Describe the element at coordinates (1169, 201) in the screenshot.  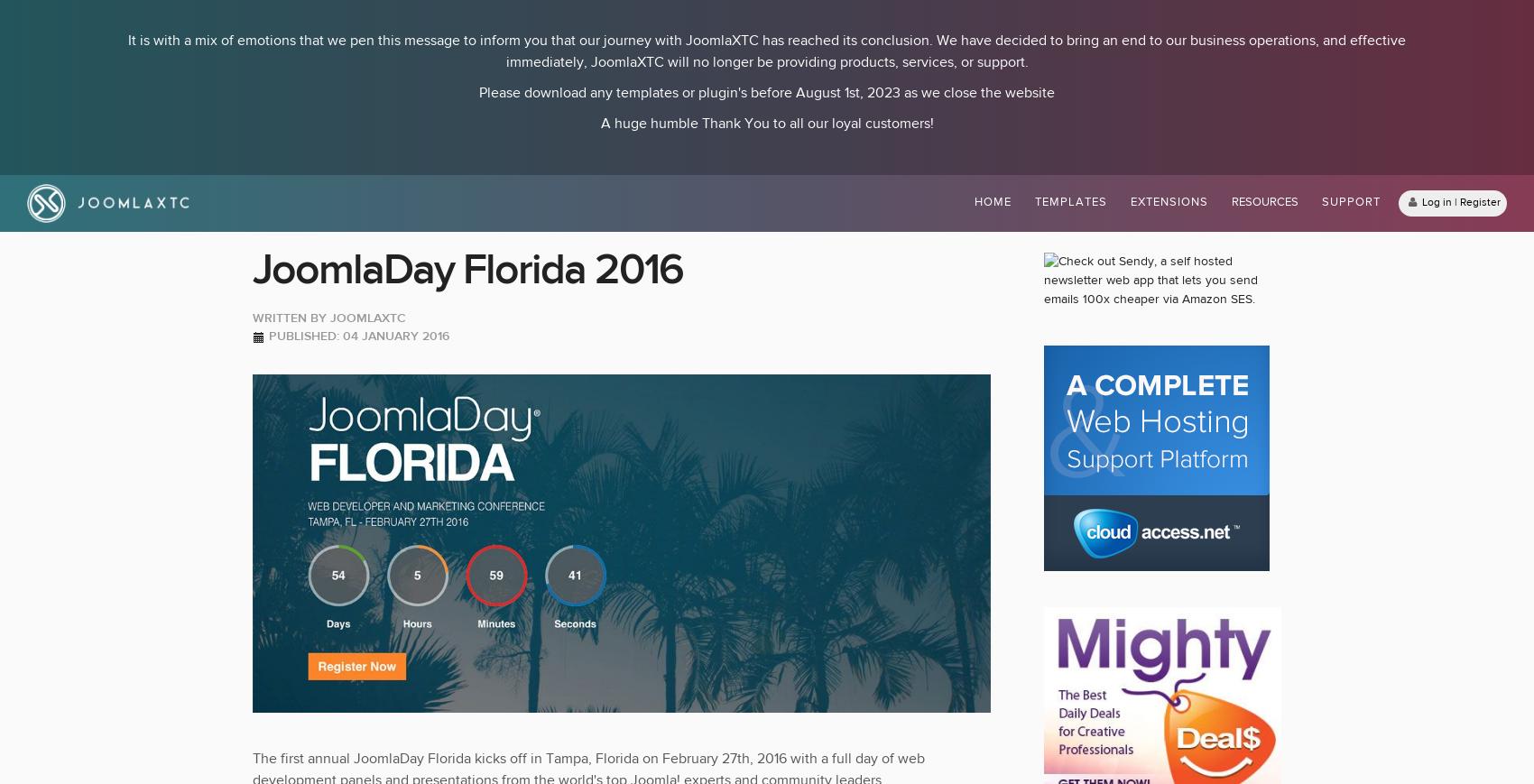
I see `'Extensions'` at that location.